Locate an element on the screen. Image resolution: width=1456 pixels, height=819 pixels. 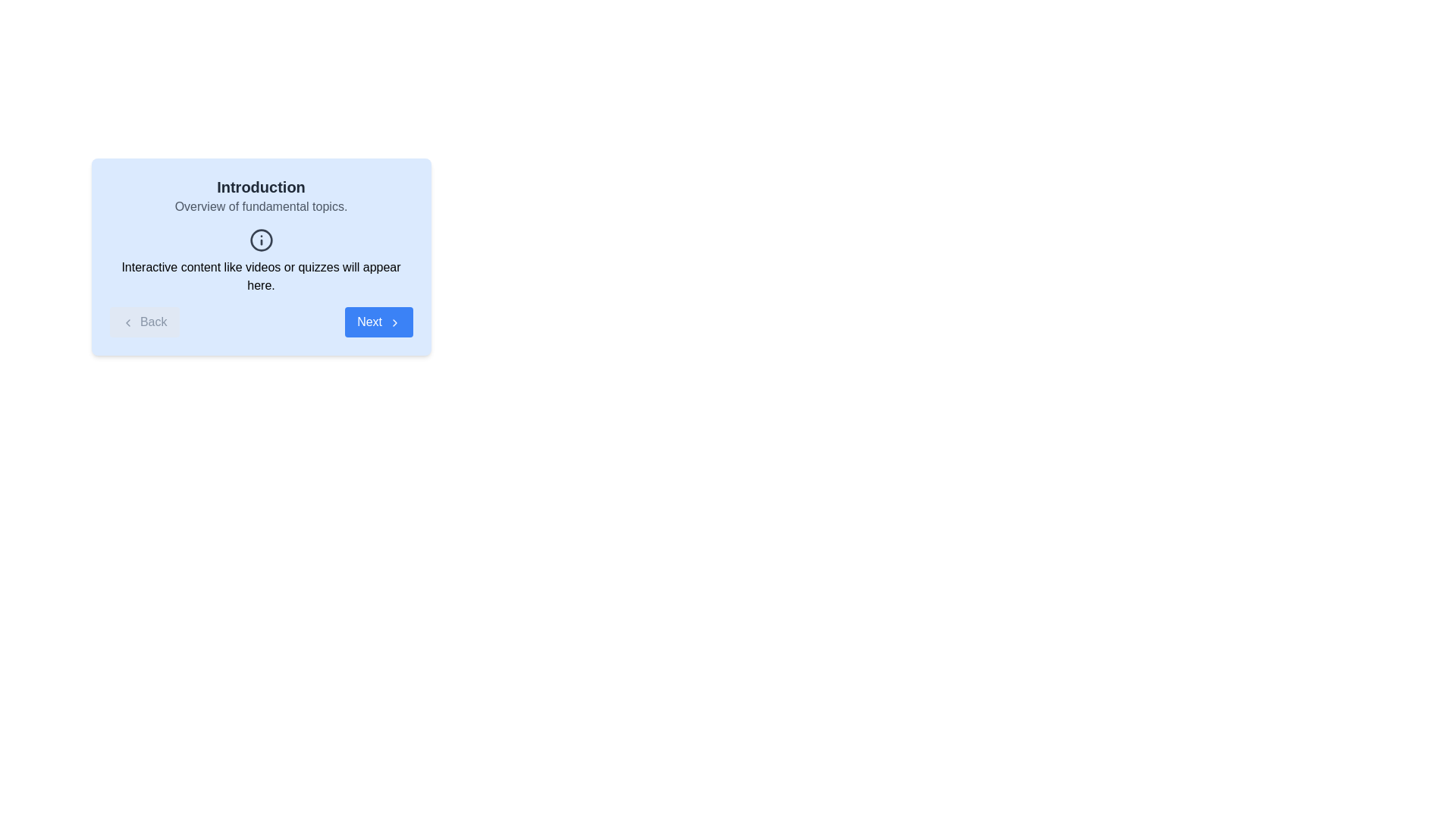
the 'Info' icon to reveal additional information is located at coordinates (261, 239).